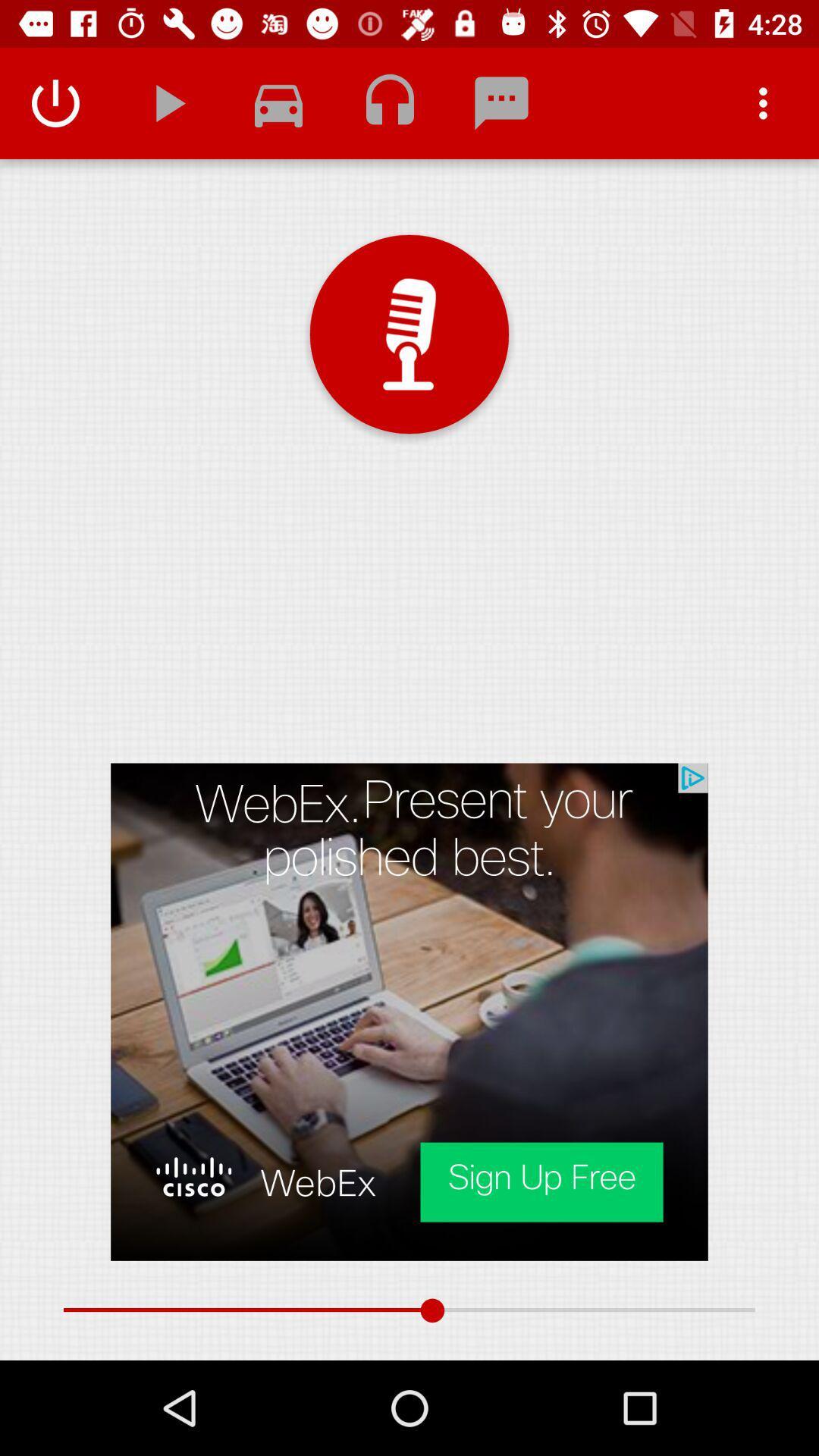 The height and width of the screenshot is (1456, 819). I want to click on the chat icon, so click(501, 102).